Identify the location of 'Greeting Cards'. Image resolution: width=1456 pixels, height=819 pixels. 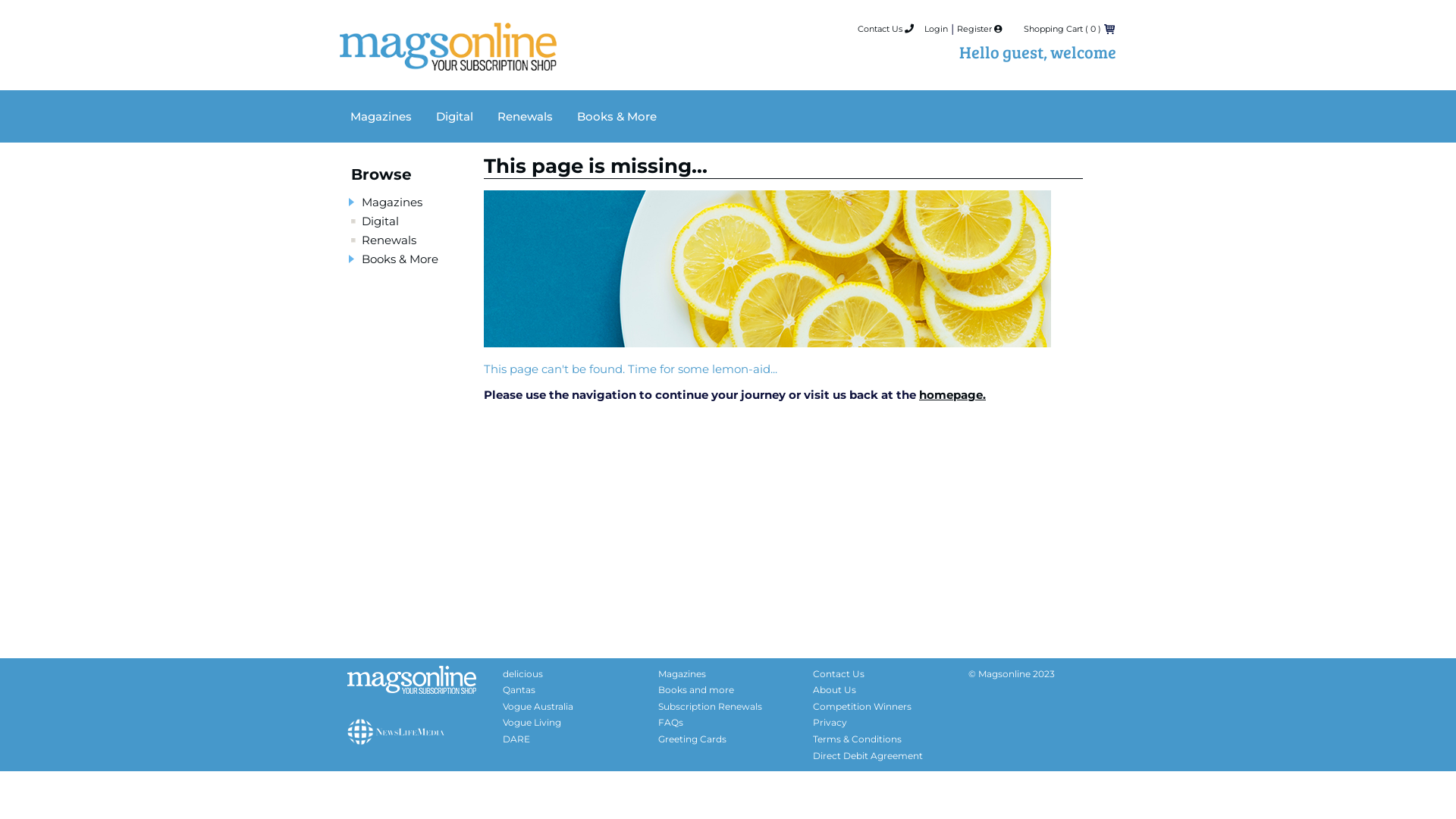
(691, 738).